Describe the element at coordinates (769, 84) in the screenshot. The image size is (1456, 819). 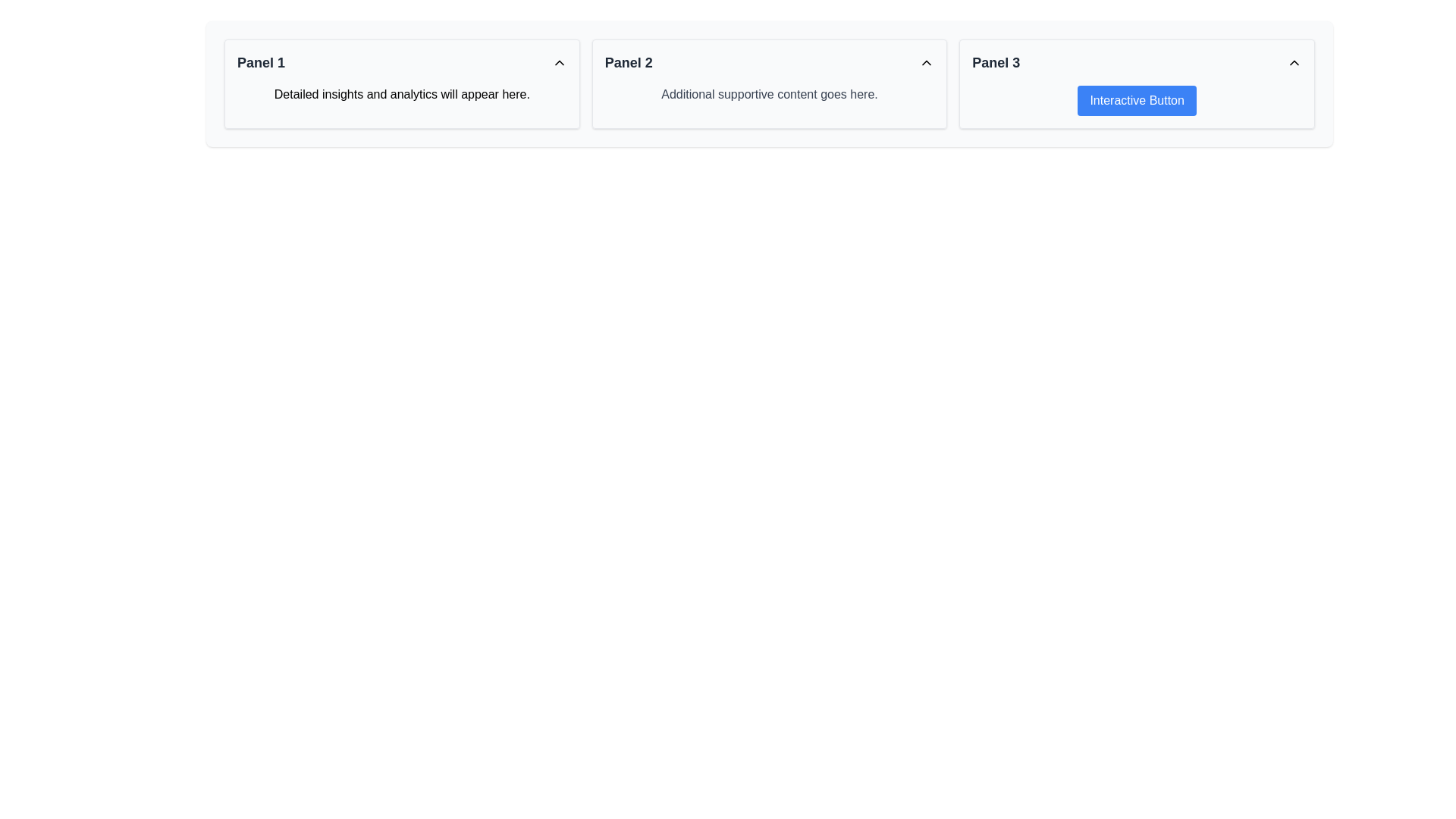
I see `the second panel in a row of three panels, which contains a chevron icon for collapsing or expanding` at that location.